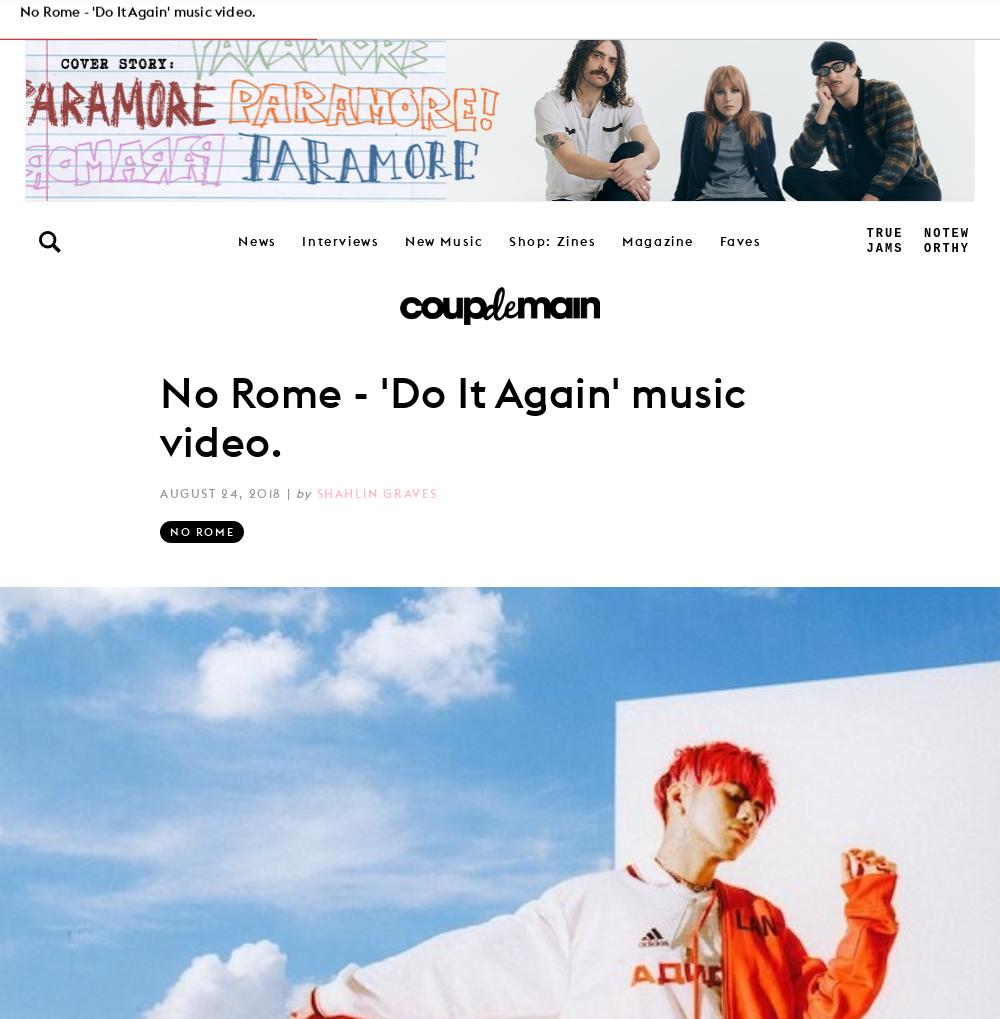  What do you see at coordinates (739, 239) in the screenshot?
I see `'Faves'` at bounding box center [739, 239].